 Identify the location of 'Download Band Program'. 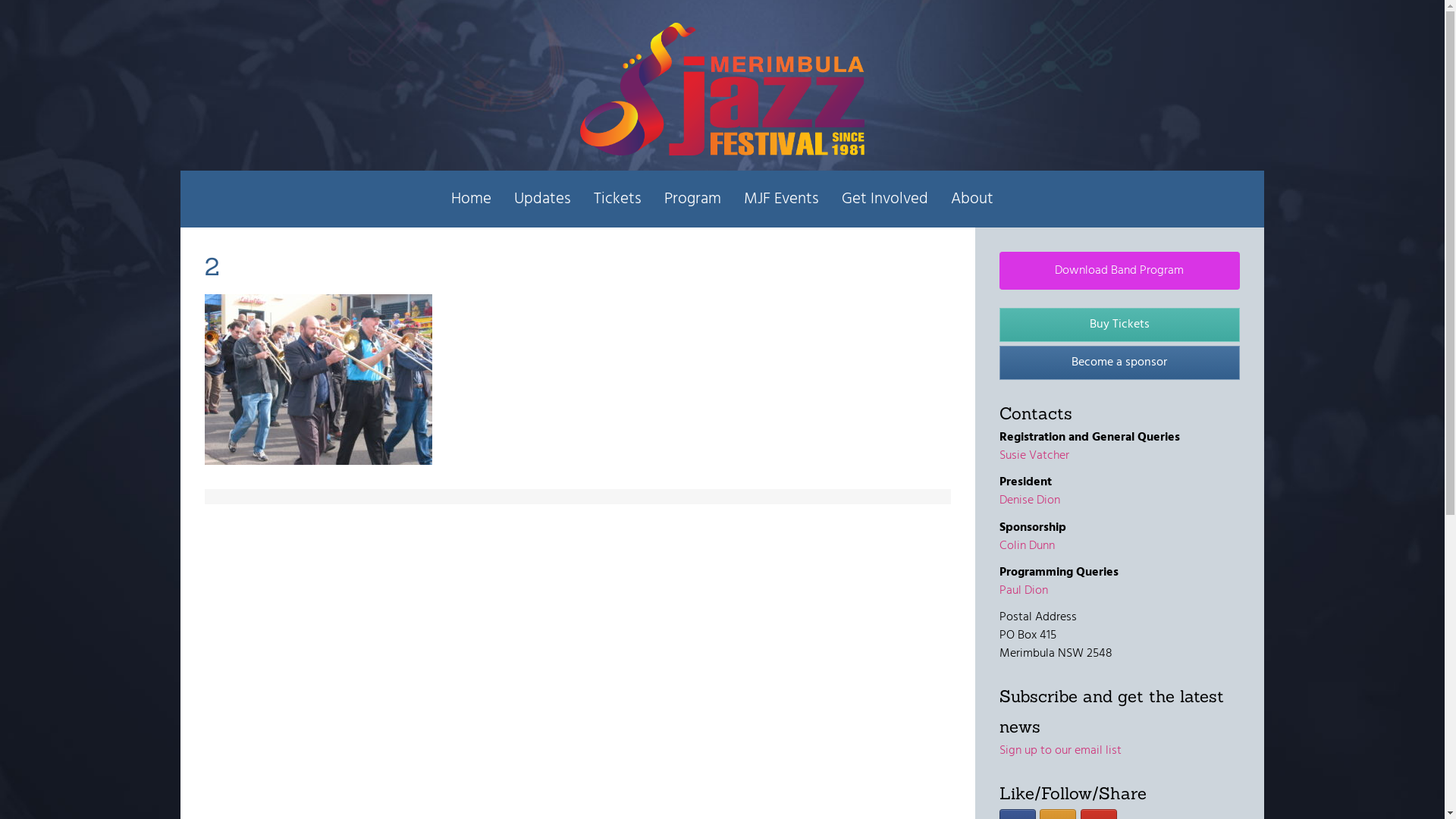
(1119, 270).